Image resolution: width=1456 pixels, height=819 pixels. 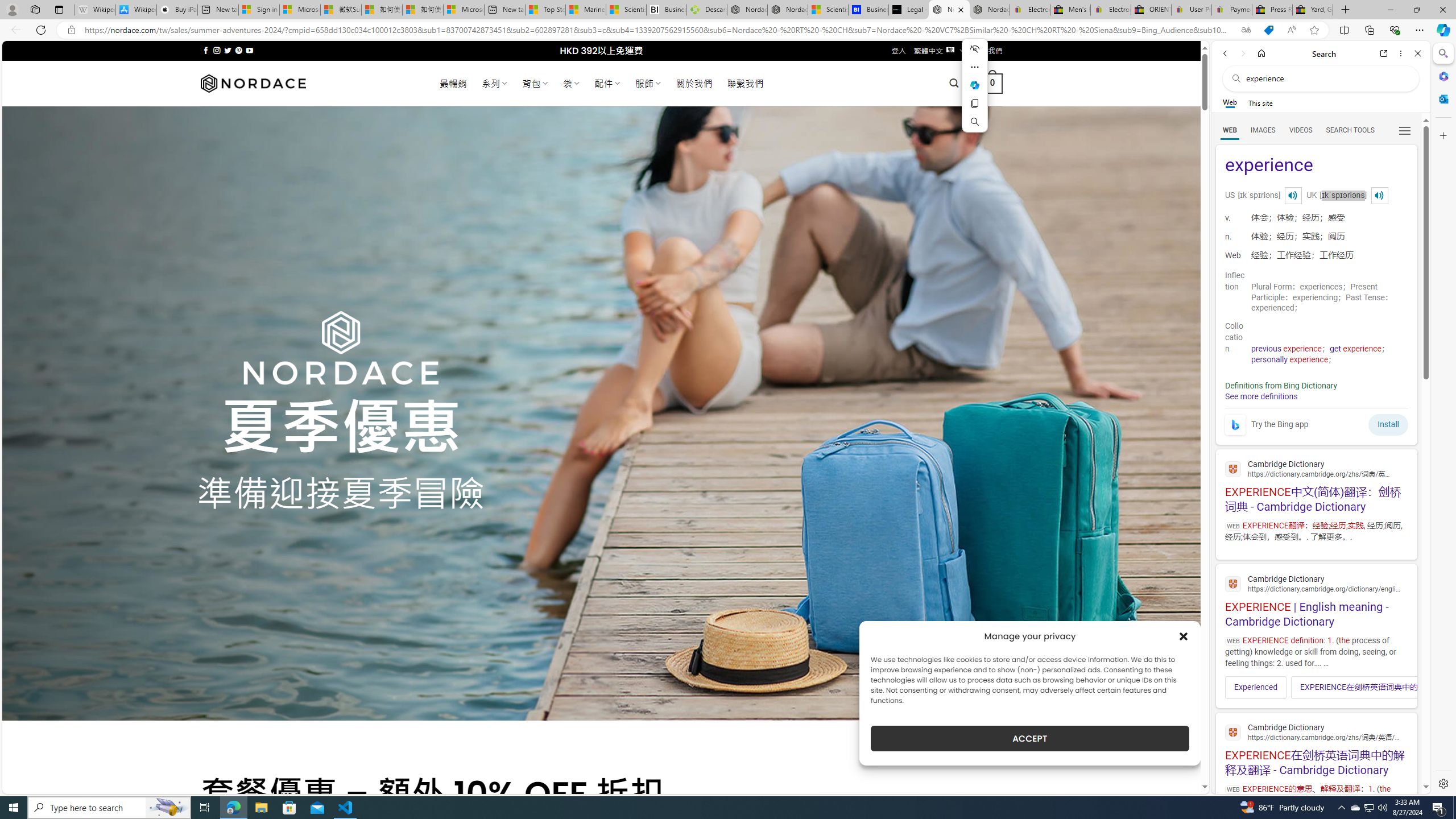 I want to click on 'Experienced', so click(x=1256, y=686).